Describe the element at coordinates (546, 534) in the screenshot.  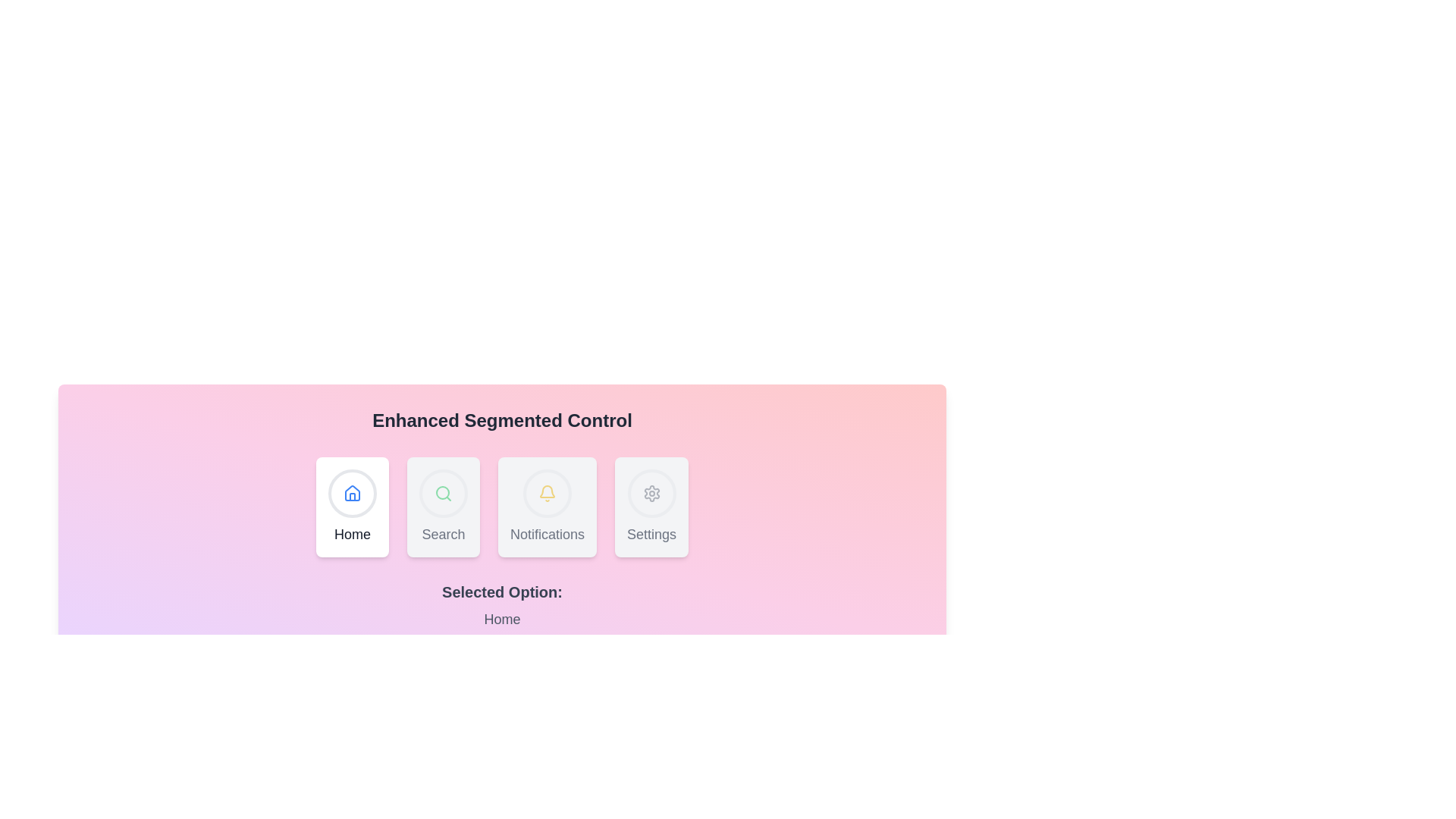
I see `the notifications label located at the bottom center of the segmented control interface` at that location.